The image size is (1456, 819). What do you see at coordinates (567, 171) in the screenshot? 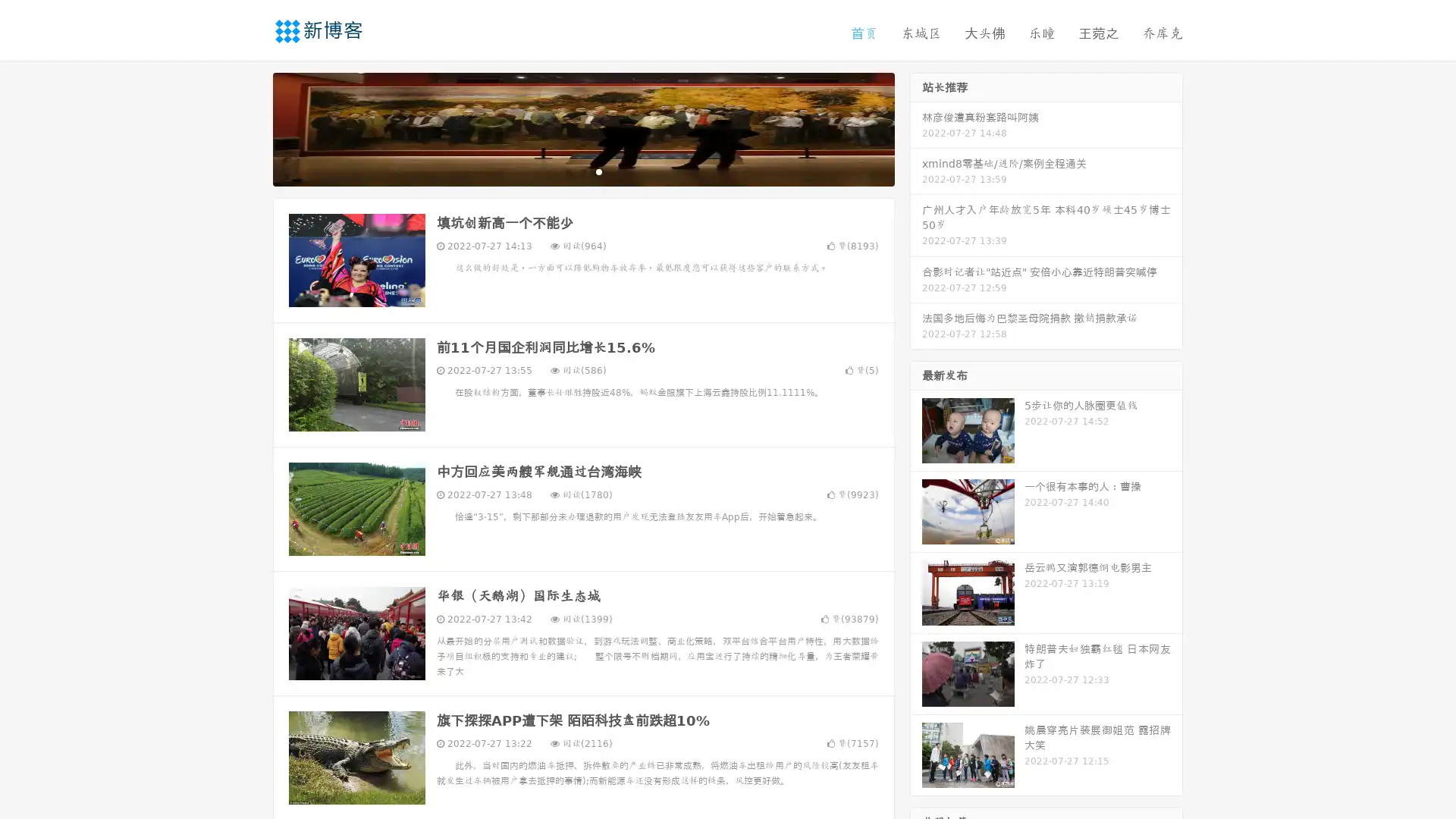
I see `Go to slide 1` at bounding box center [567, 171].